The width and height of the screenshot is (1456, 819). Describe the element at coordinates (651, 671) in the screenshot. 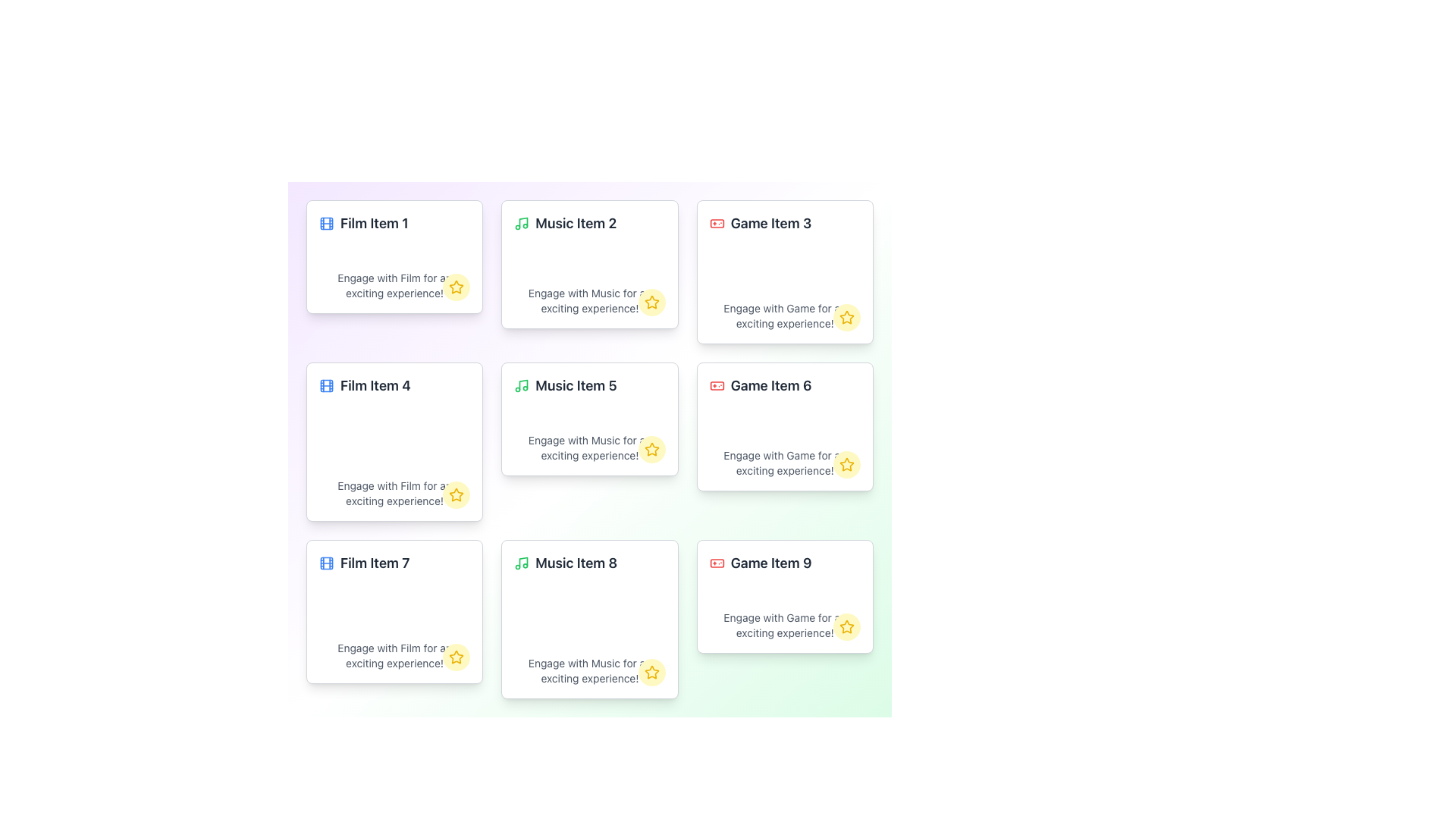

I see `the star-shaped icon with a bold yellow outline, located in the bottom right corner of the card labeled 'Game Item 9'` at that location.